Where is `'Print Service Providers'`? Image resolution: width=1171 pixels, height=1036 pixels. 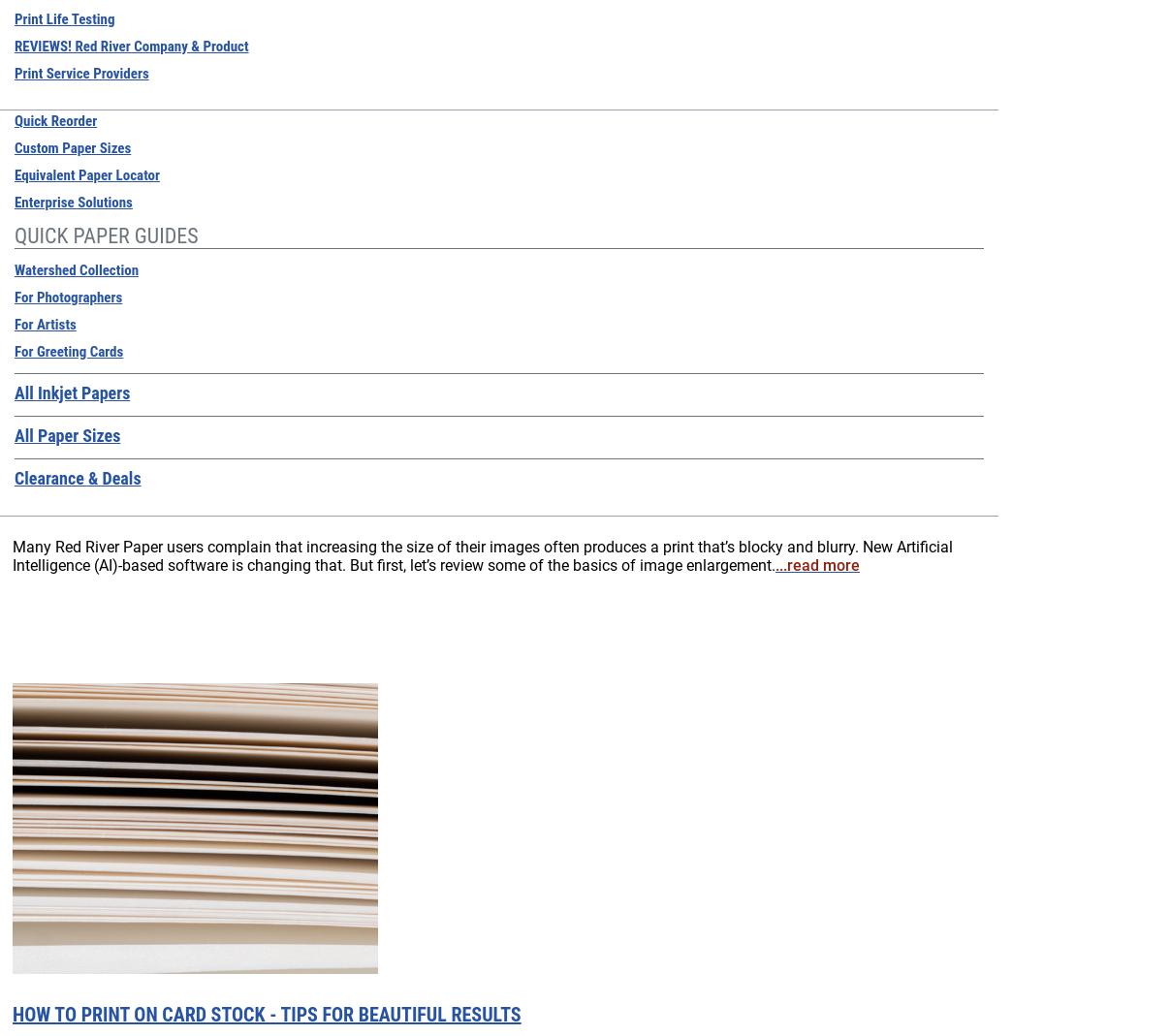 'Print Service Providers' is located at coordinates (79, 73).